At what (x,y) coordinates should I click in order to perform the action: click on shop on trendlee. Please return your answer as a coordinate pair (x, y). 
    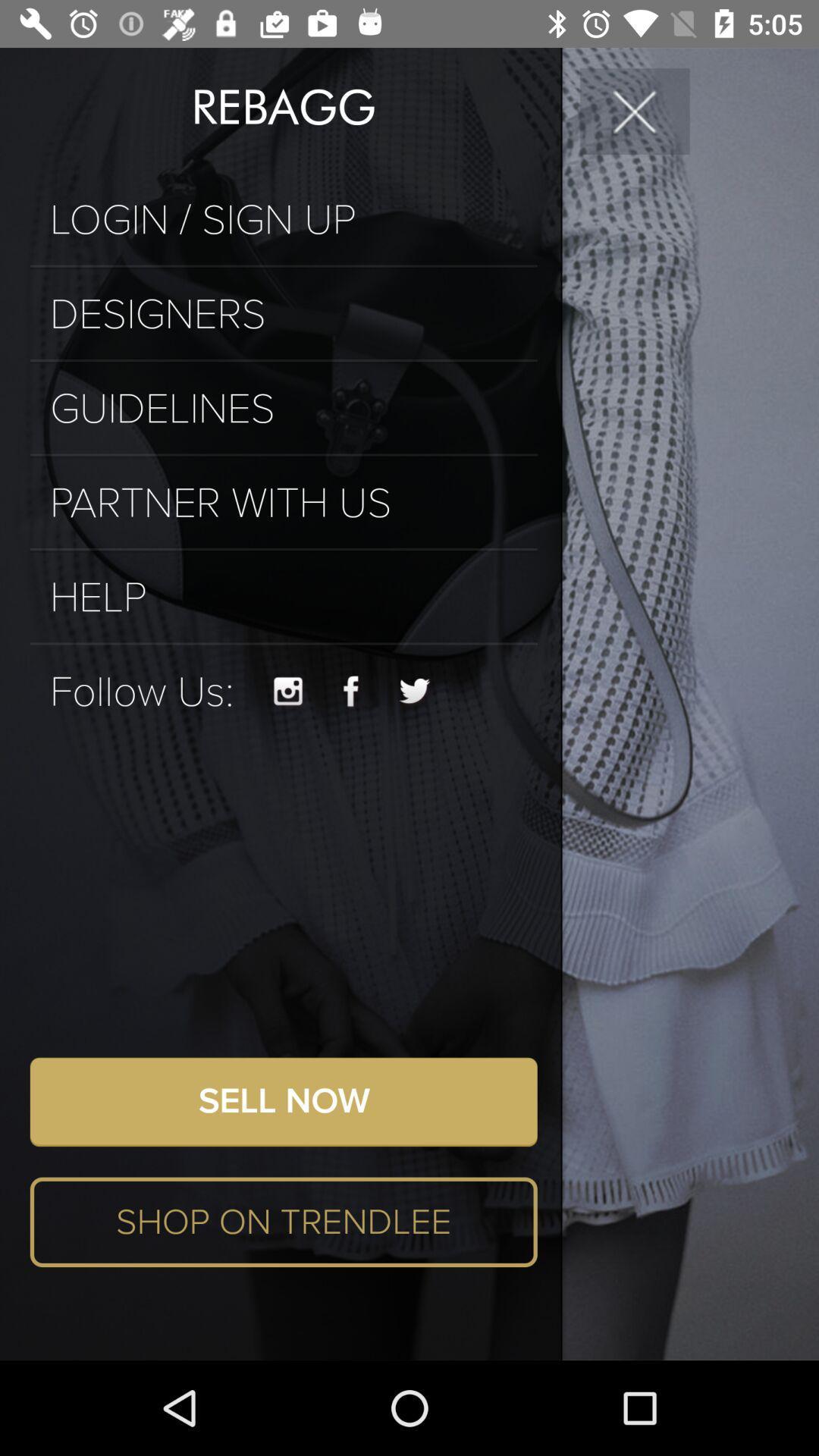
    Looking at the image, I should click on (284, 1222).